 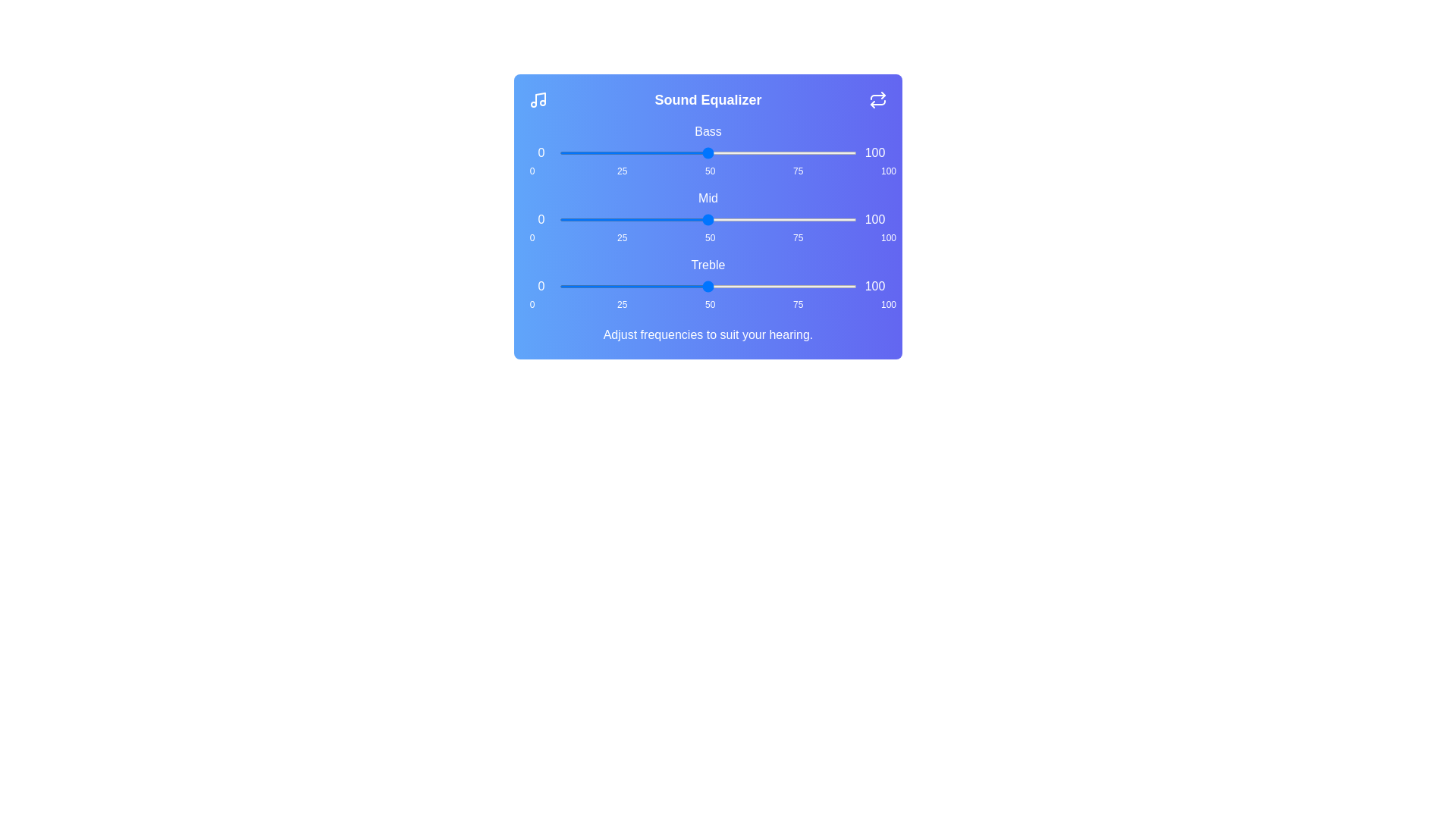 I want to click on the 'mid' slider to 88, so click(x=820, y=219).